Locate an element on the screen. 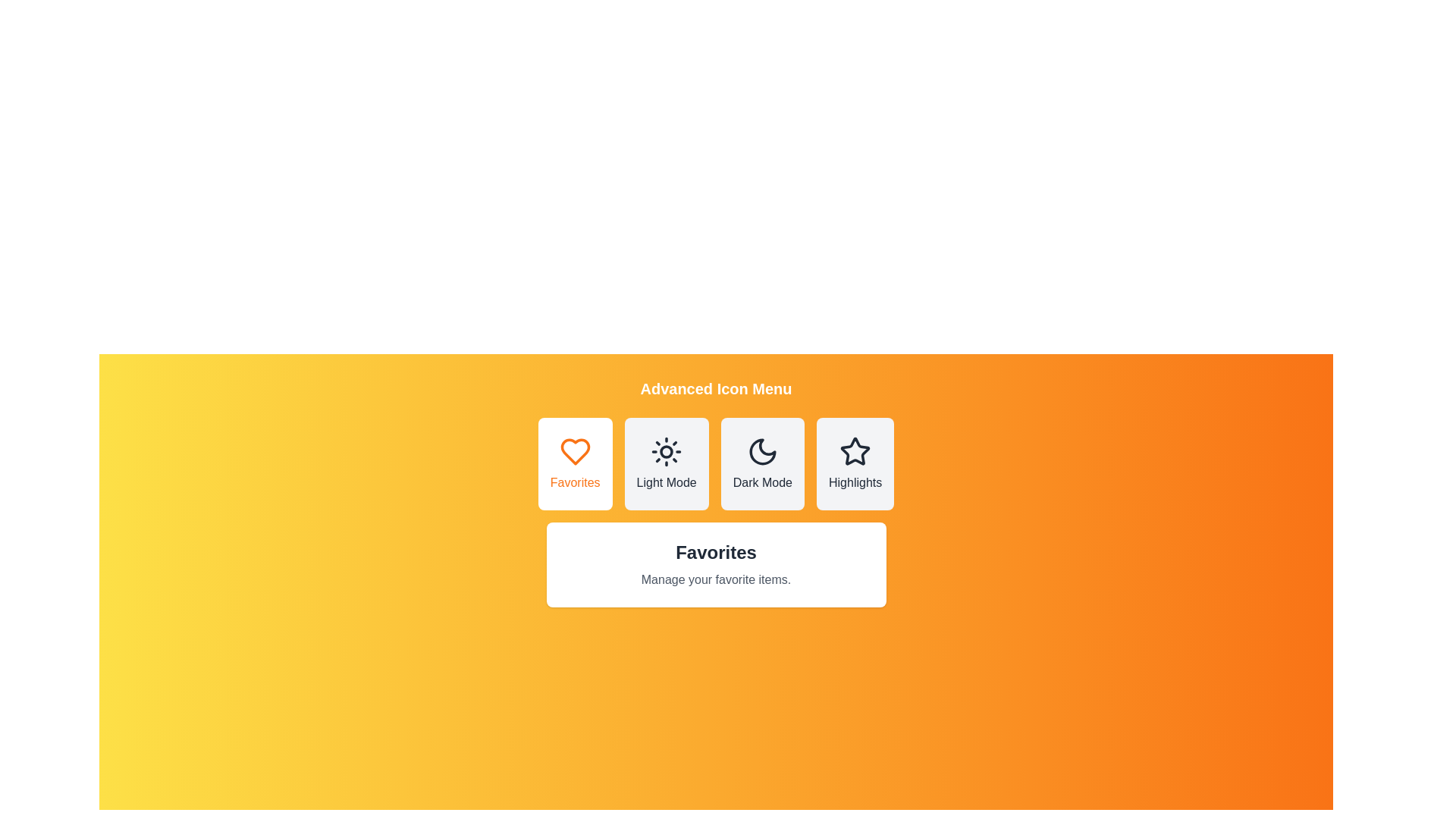  the 'Dark Mode' button located centrally beneath the 'Advanced Icon Menu' heading to switch the interface mode is located at coordinates (715, 463).